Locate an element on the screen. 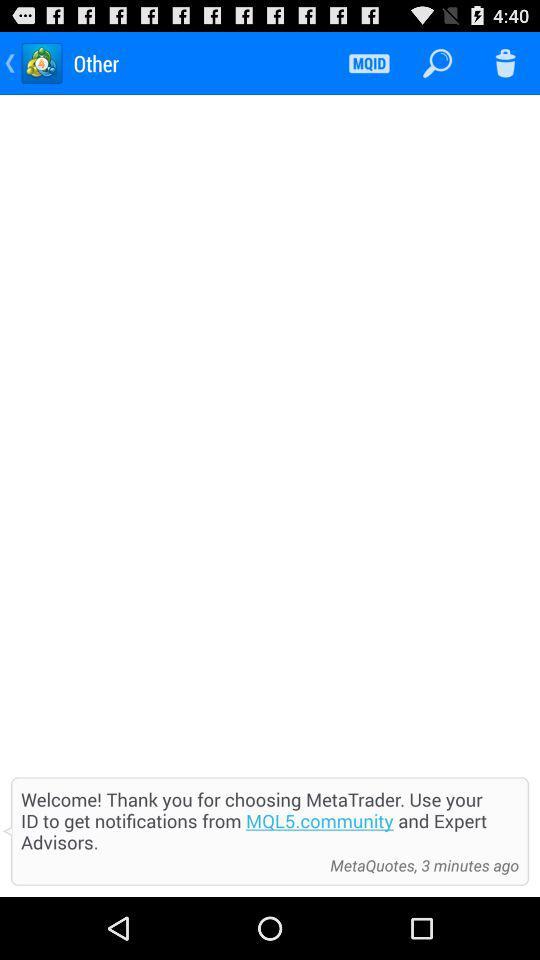 The image size is (540, 960). icon below welcome thank you is located at coordinates (170, 864).